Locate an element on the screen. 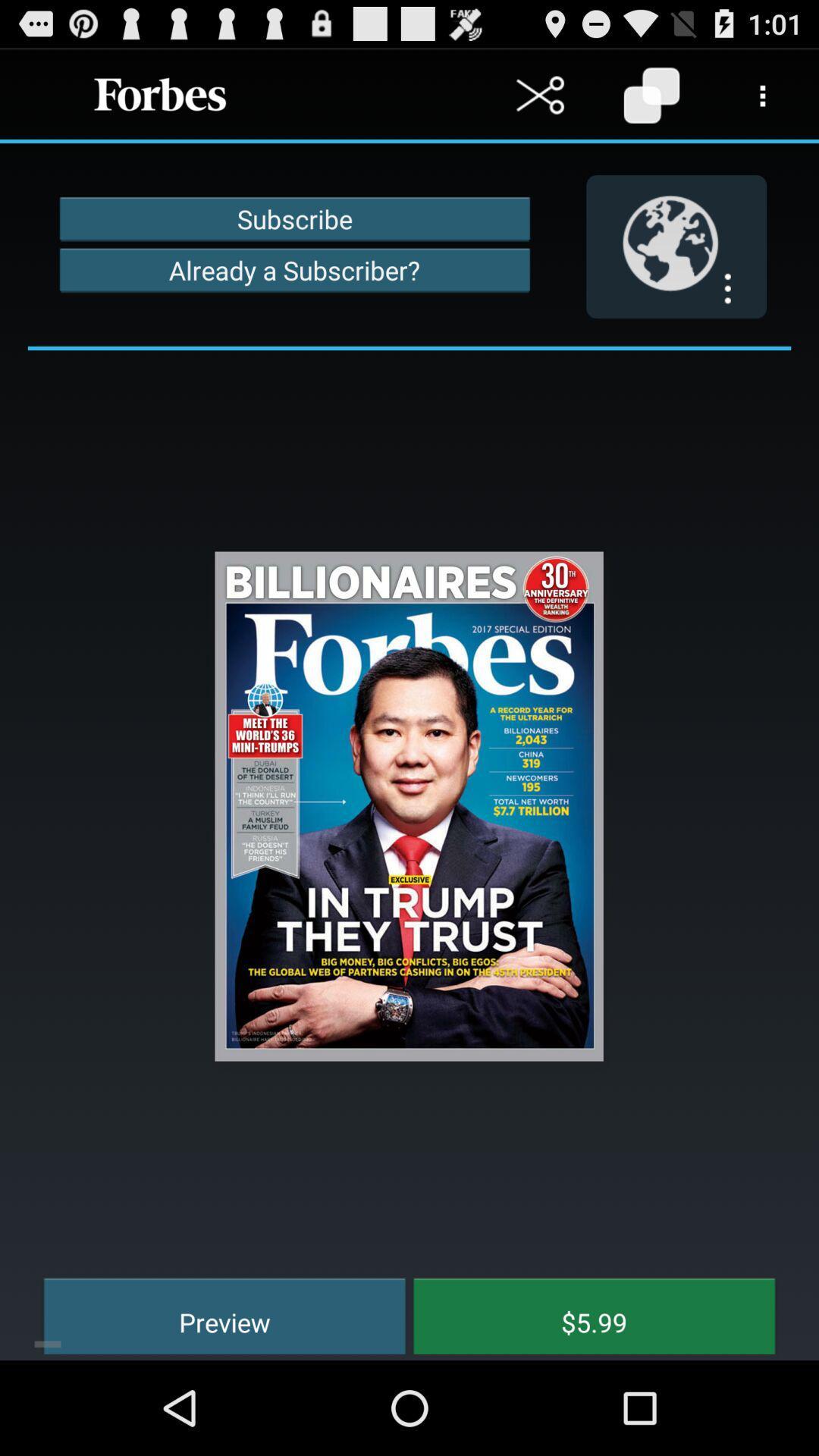 The width and height of the screenshot is (819, 1456). cut button is located at coordinates (539, 94).